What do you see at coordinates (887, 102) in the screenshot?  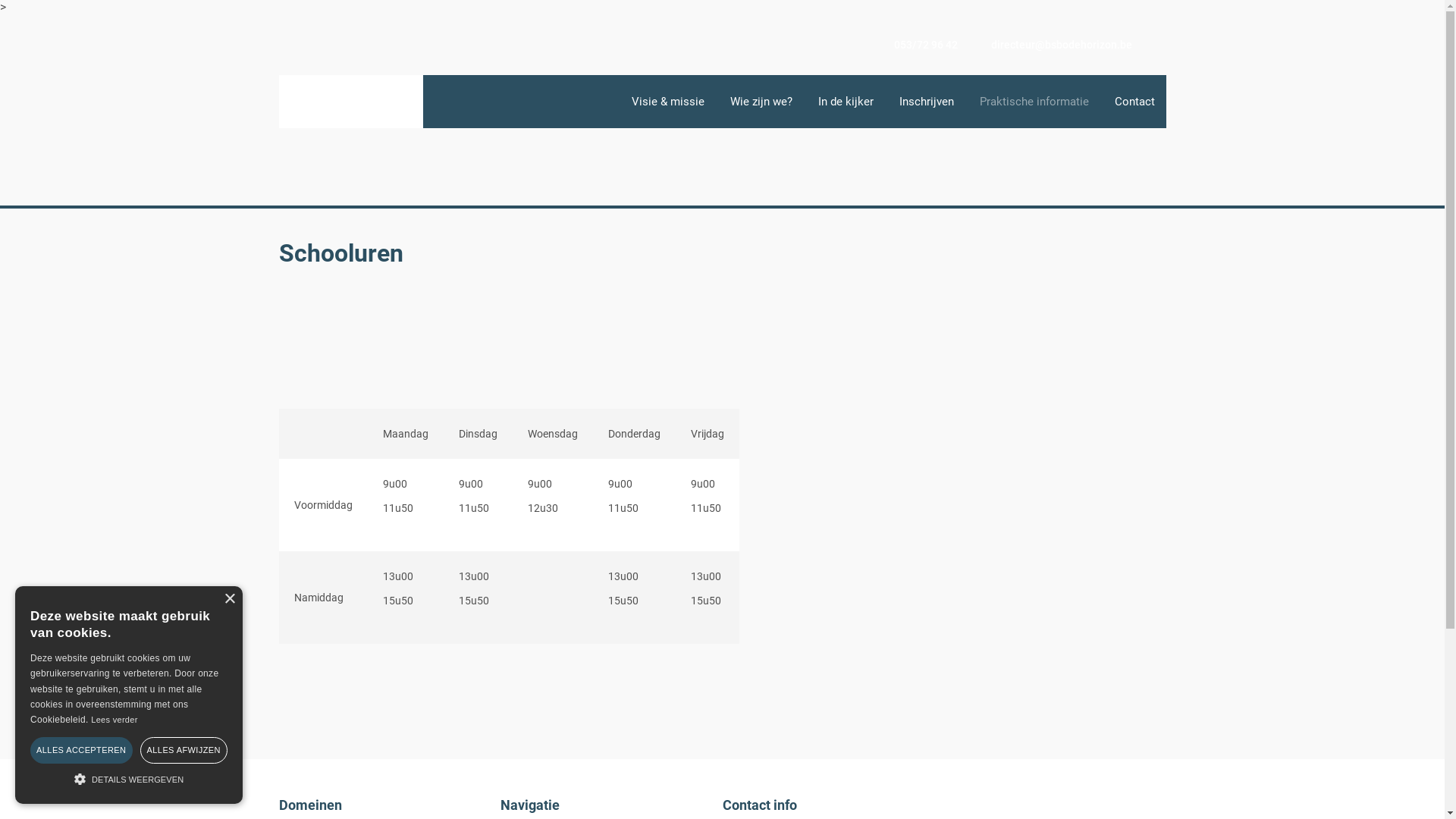 I see `'Inschrijven'` at bounding box center [887, 102].